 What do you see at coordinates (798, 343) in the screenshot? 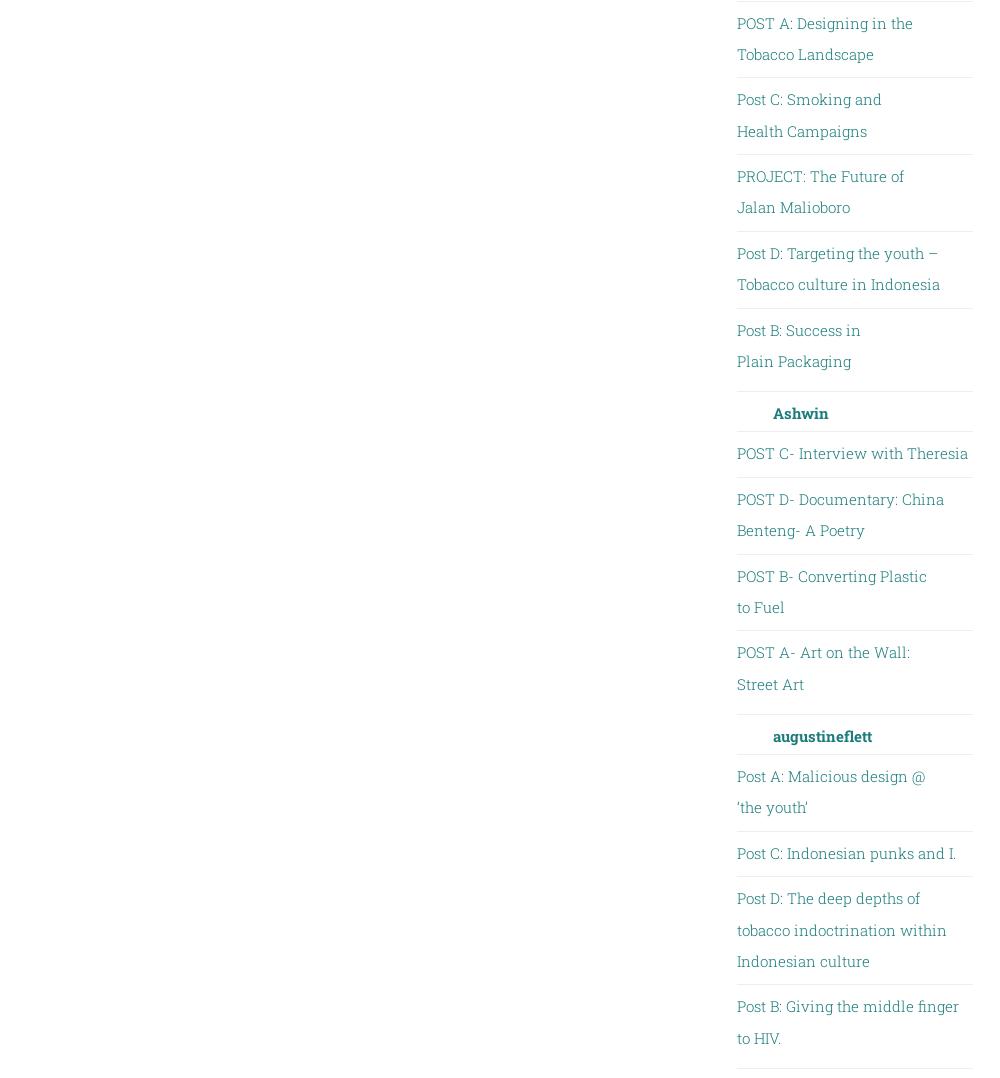
I see `'Post B: Success in Plain Packaging'` at bounding box center [798, 343].